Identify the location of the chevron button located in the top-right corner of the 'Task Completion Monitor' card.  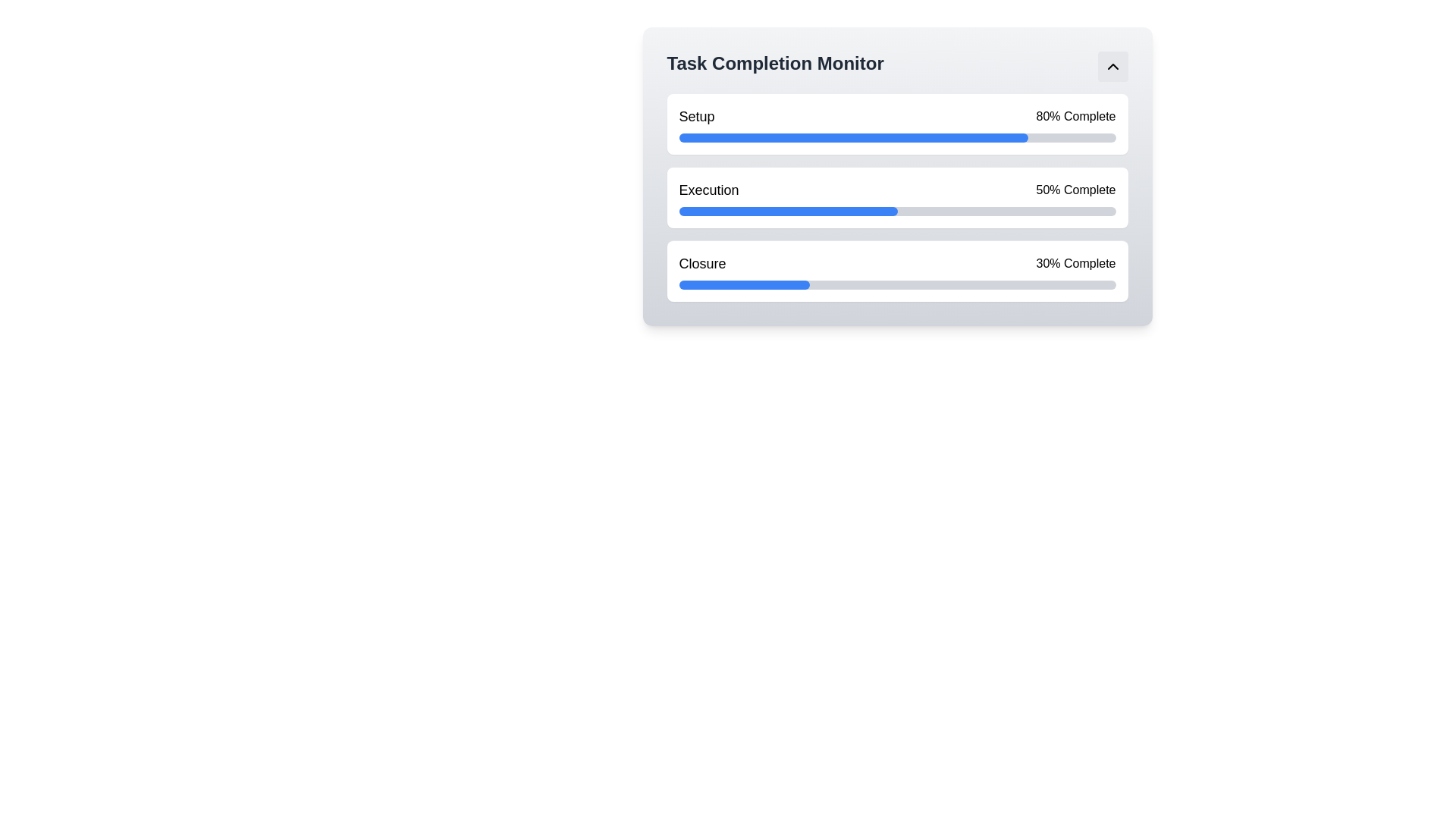
(1112, 66).